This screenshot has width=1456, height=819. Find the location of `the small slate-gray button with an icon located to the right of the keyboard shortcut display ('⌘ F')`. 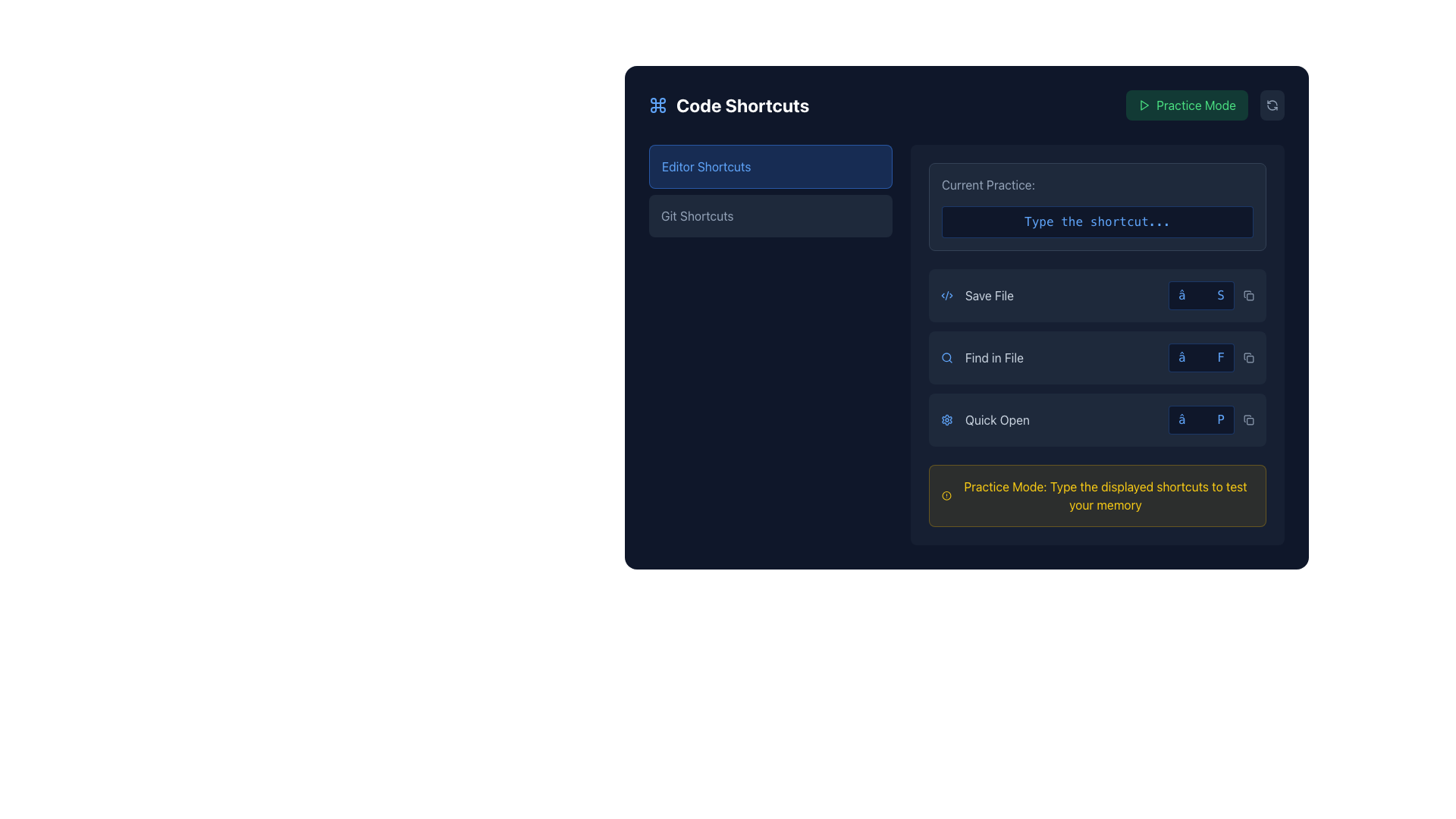

the small slate-gray button with an icon located to the right of the keyboard shortcut display ('⌘ F') is located at coordinates (1248, 357).